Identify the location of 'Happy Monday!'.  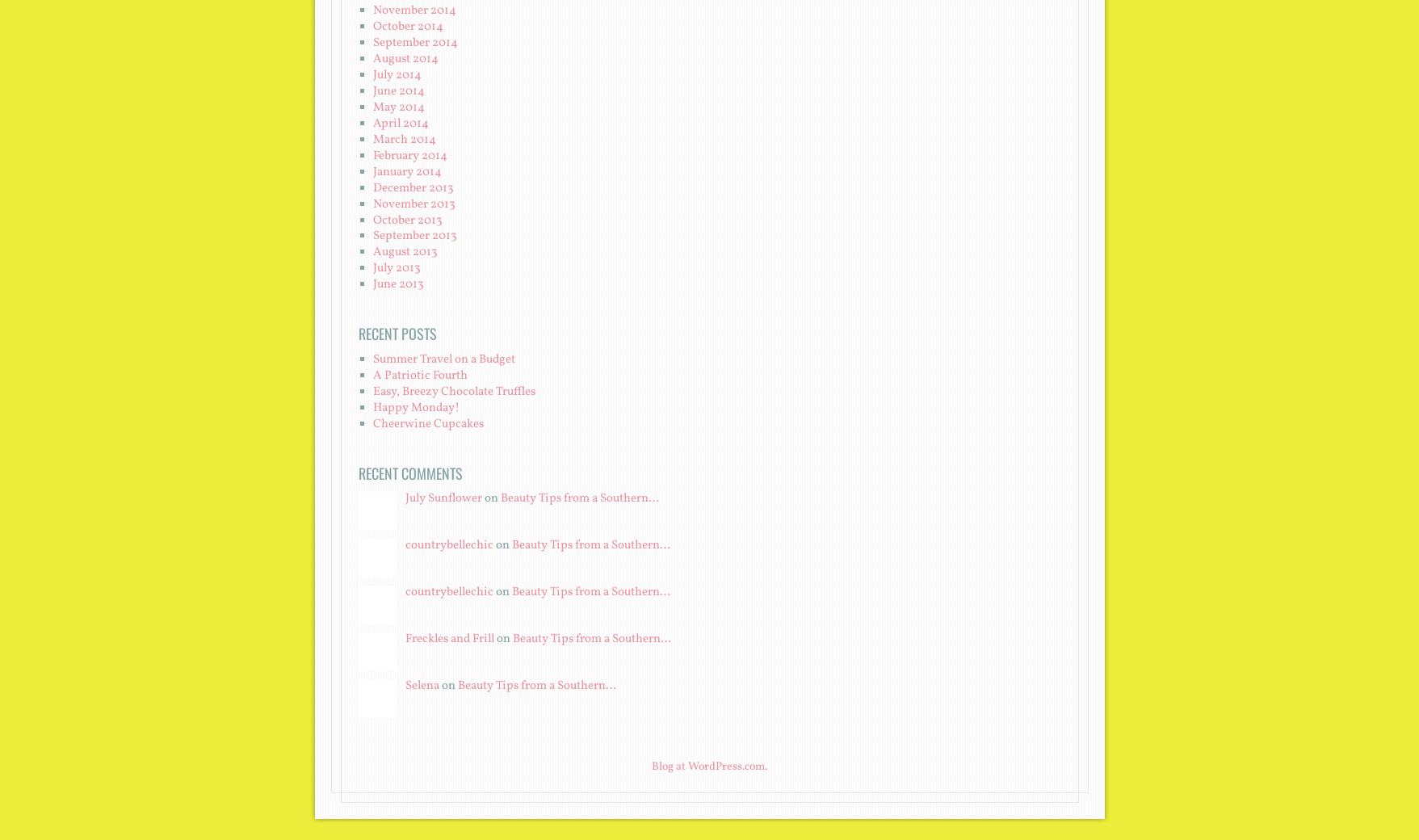
(372, 408).